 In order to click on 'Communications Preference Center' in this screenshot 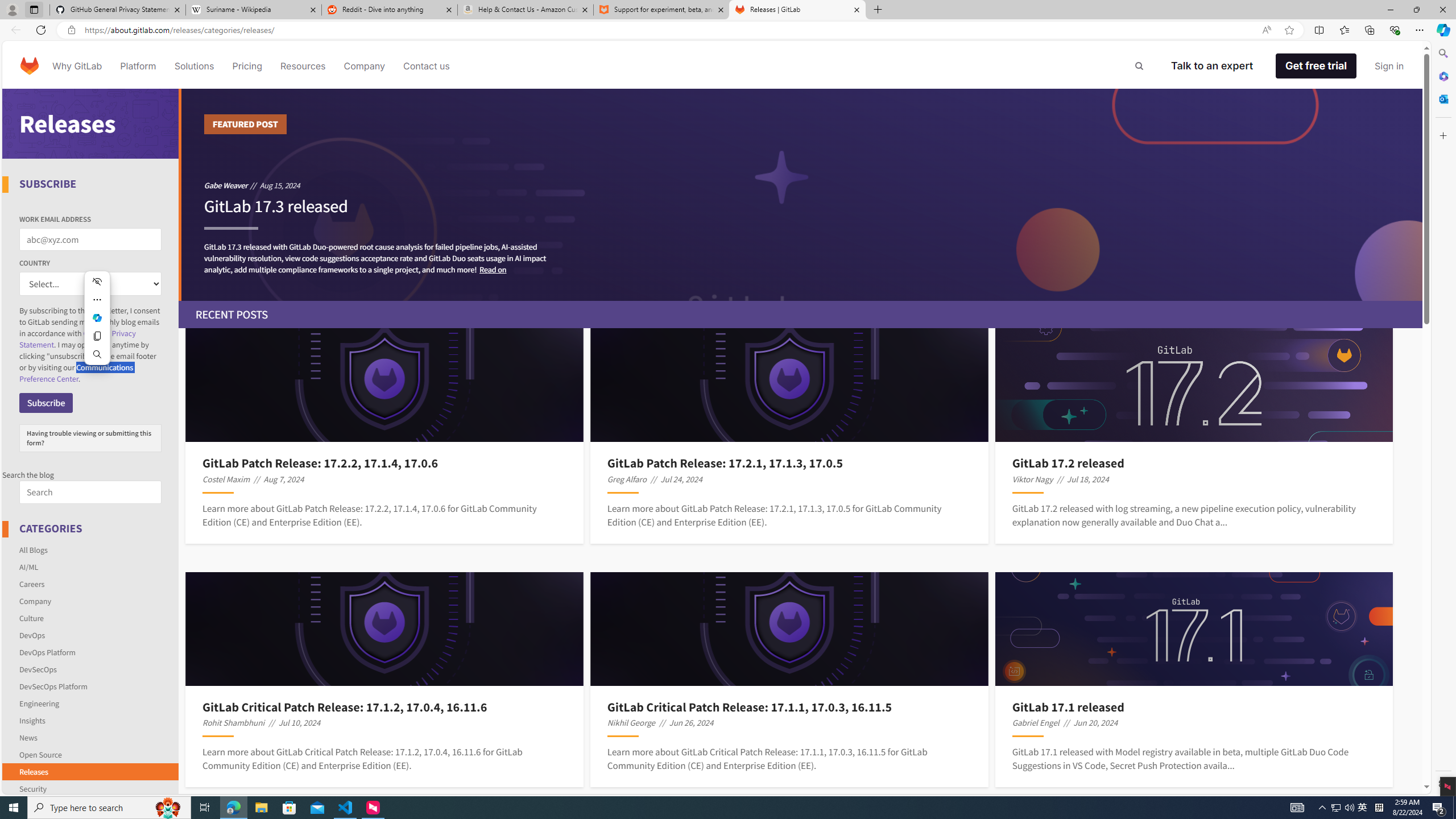, I will do `click(76, 372)`.